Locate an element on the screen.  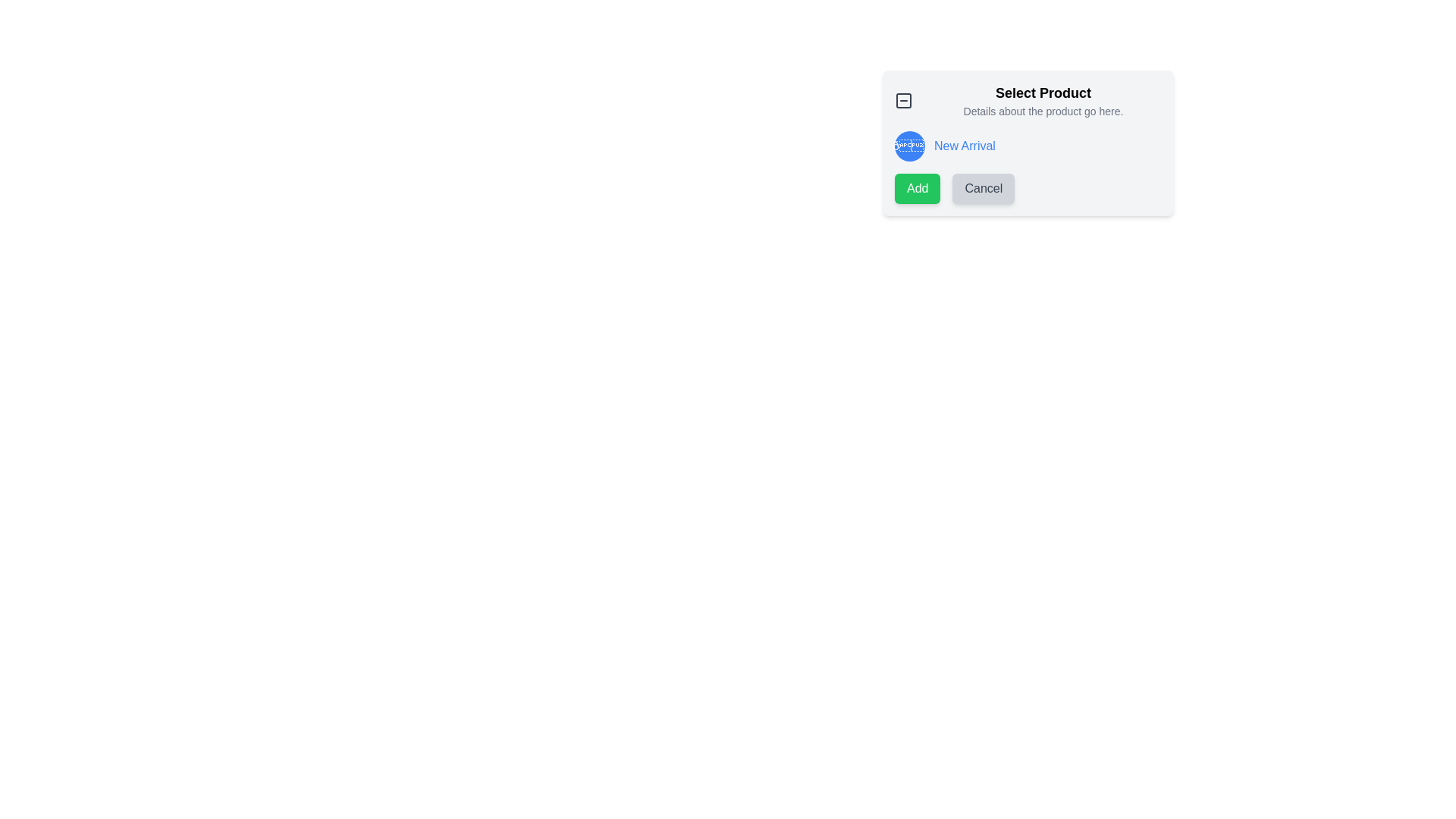
the text label indicating a category or feature, which is positioned to the right of a circular blue icon in the 'Select Product' box is located at coordinates (964, 146).